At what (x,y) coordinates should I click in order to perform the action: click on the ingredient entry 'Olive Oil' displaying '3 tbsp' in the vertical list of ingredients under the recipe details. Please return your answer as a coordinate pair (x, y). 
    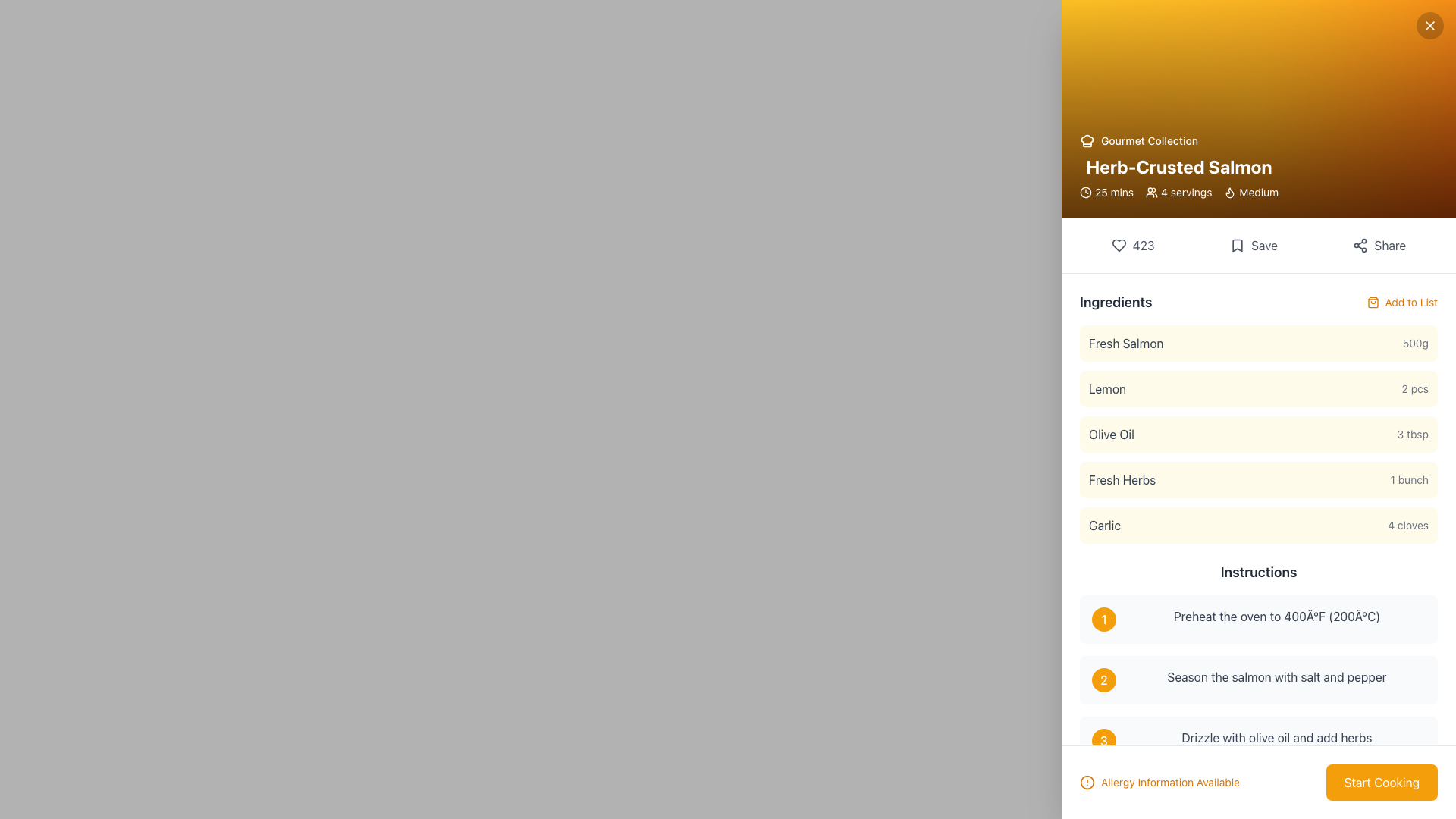
    Looking at the image, I should click on (1259, 435).